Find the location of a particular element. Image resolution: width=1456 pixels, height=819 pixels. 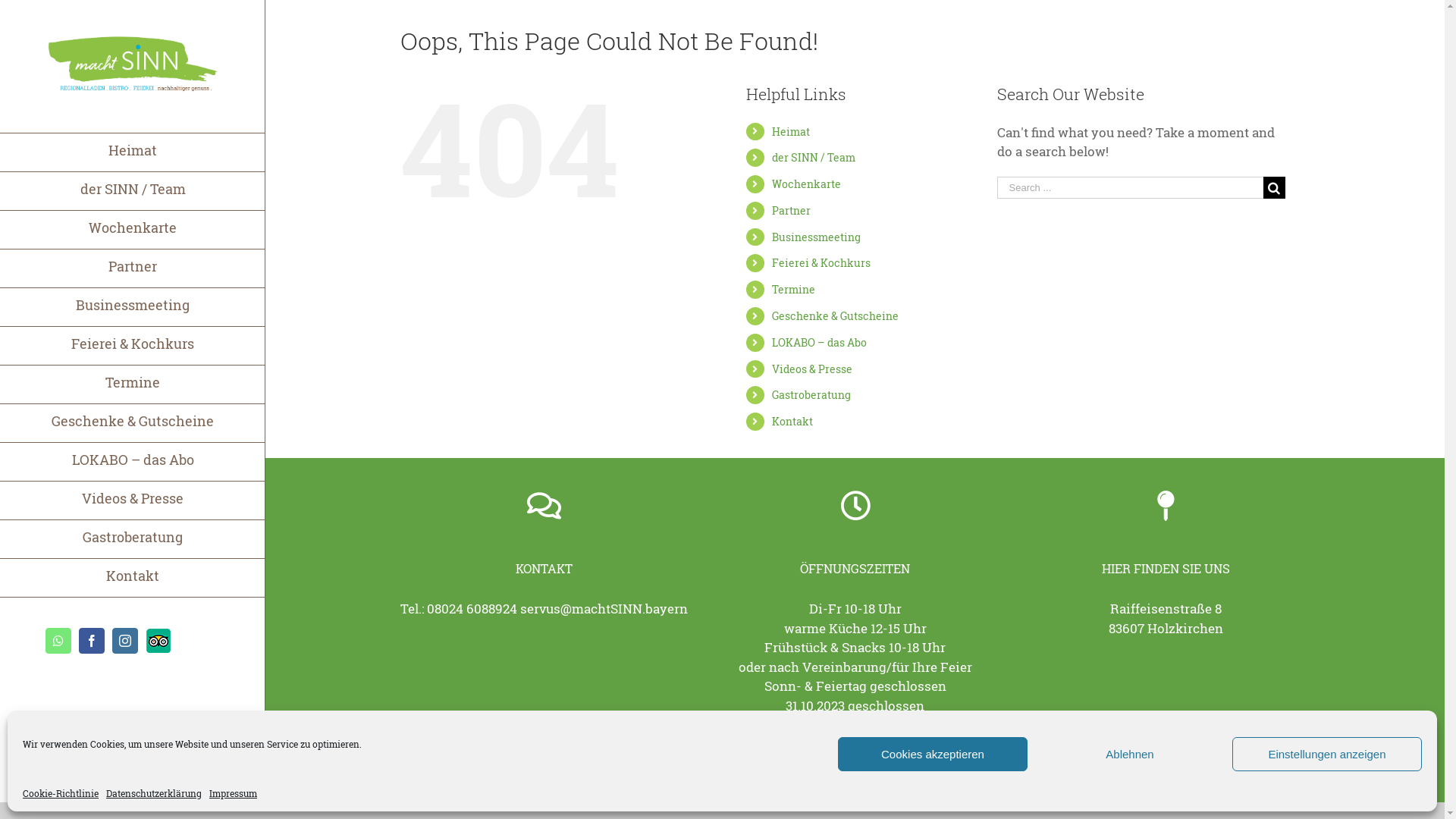

'Partner' is located at coordinates (790, 210).